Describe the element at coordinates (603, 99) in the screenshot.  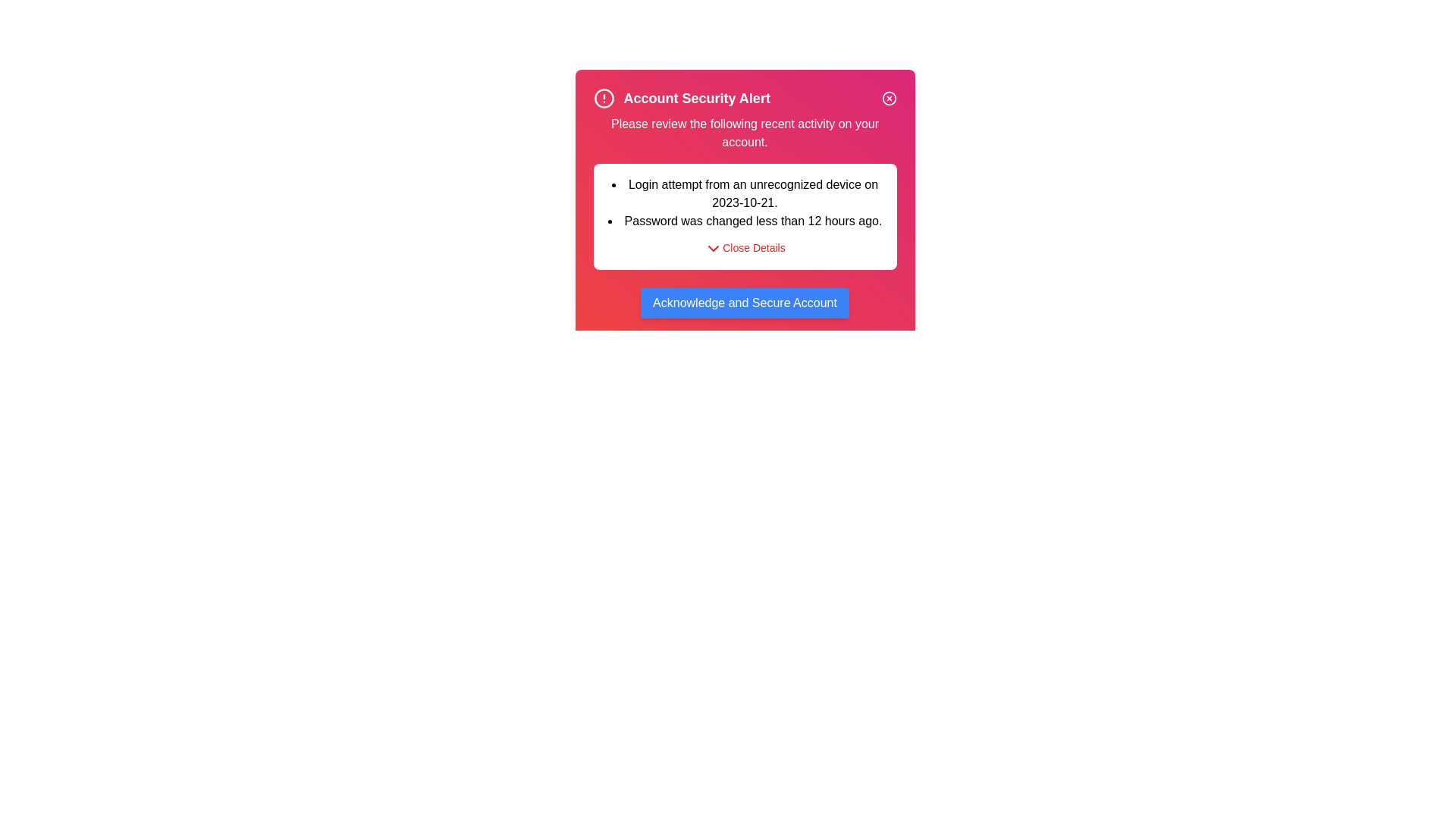
I see `the SVG circle inside the alert icon that indicates an 'Account Security Alert' in the top-left corner of the alert box` at that location.